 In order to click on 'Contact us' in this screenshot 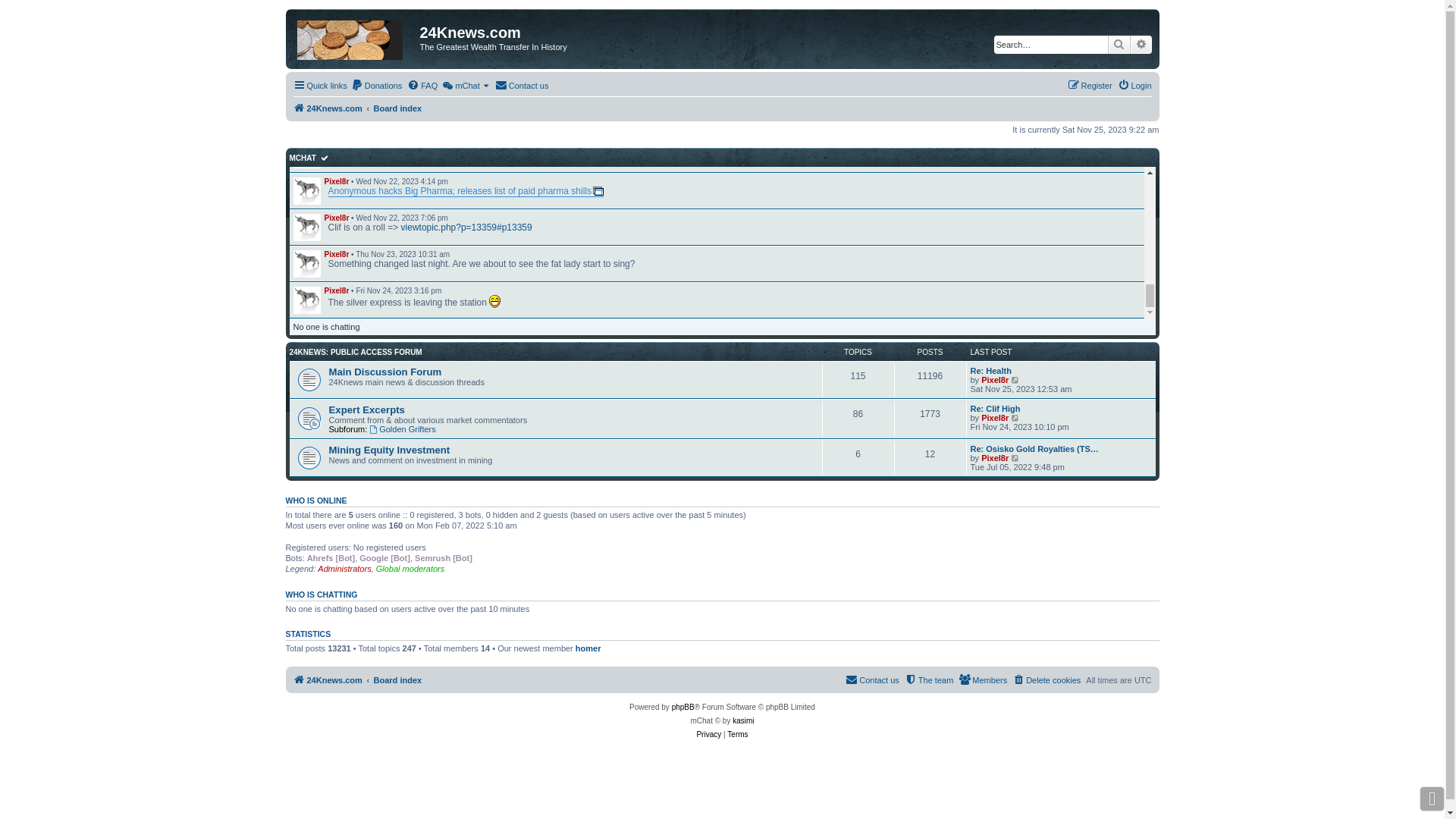, I will do `click(522, 85)`.